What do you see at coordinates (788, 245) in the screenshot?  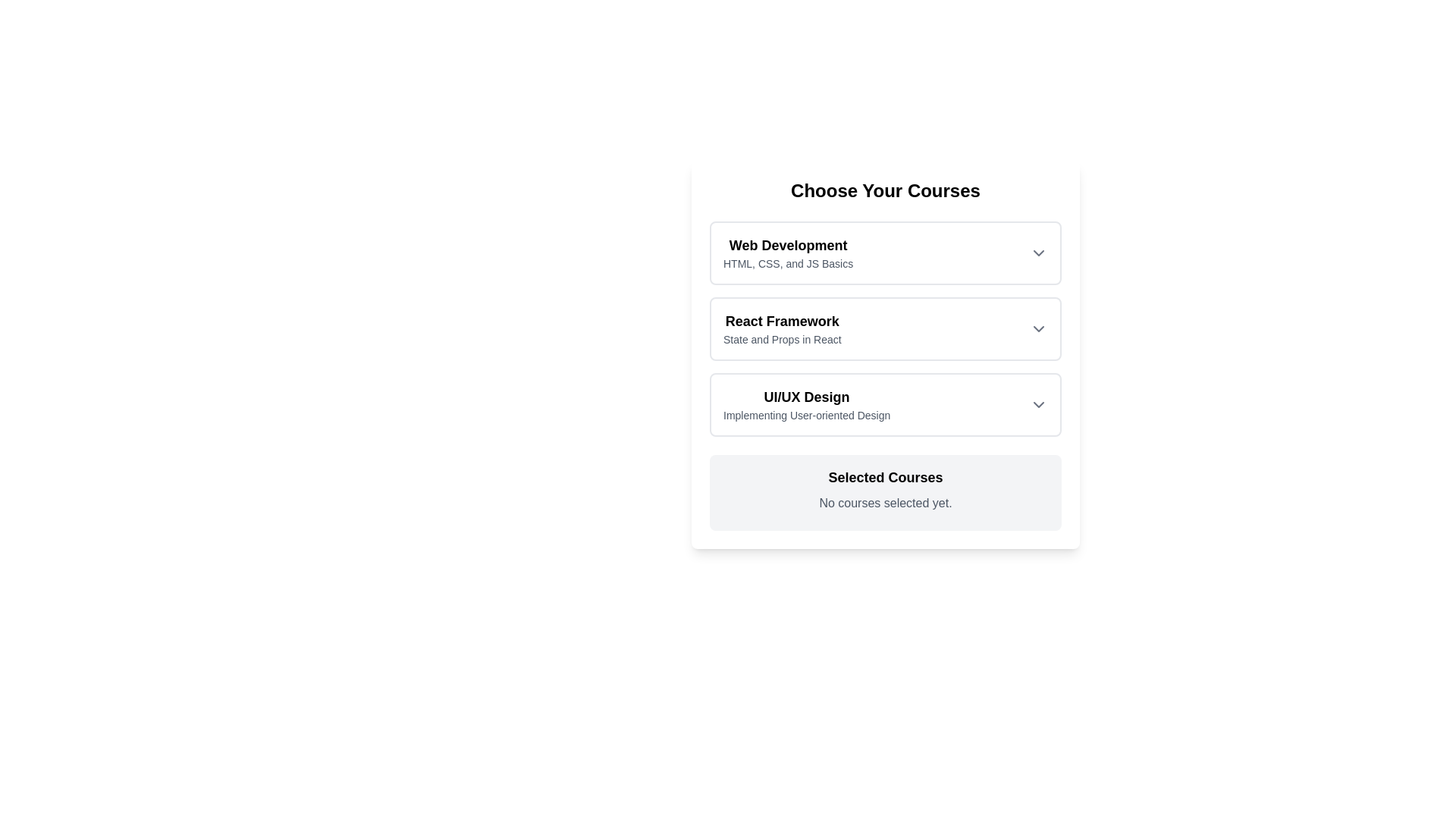 I see `the 'Web Development' text header in bold, larger font size, located at the top-left of the course card` at bounding box center [788, 245].